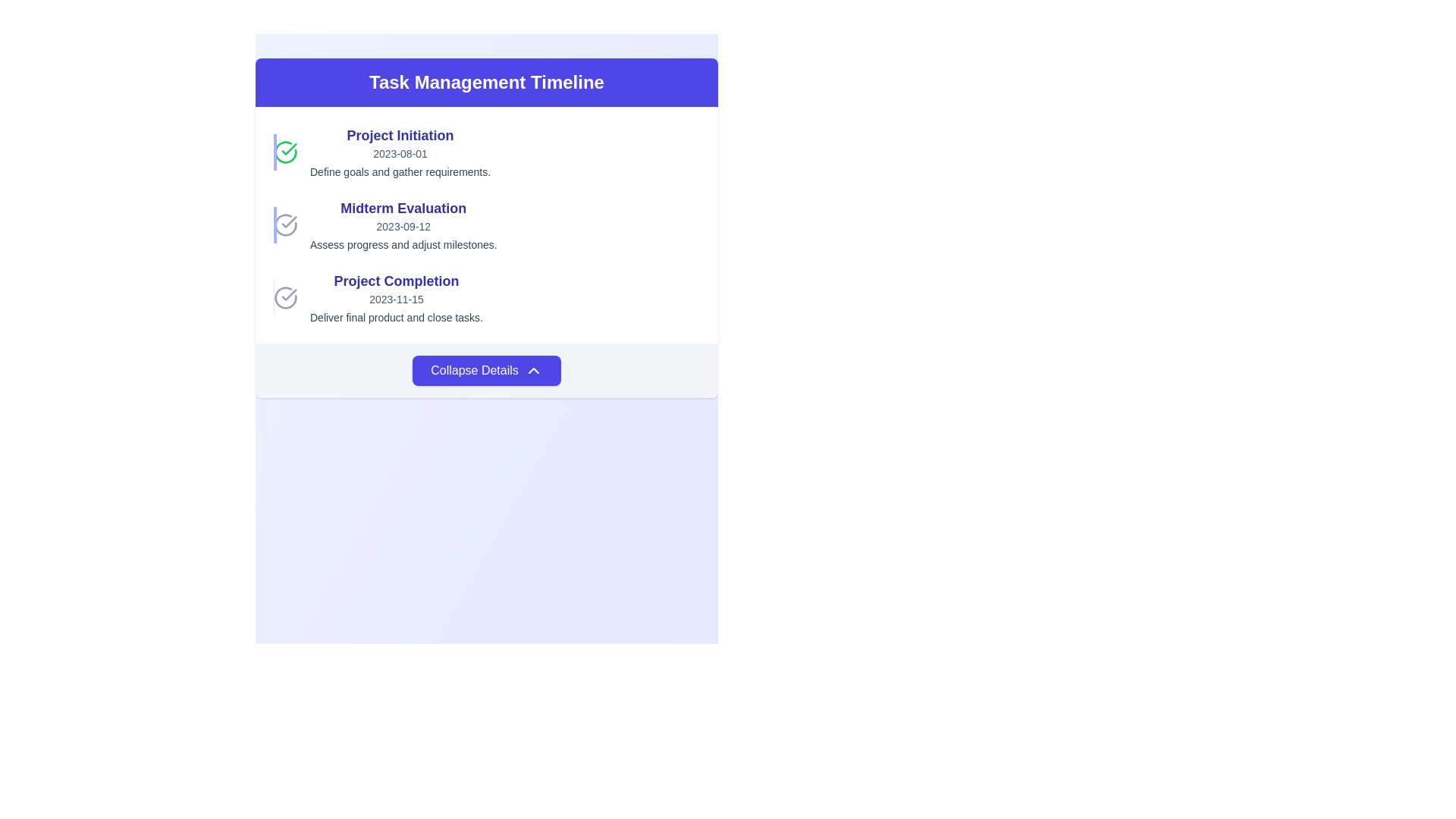 This screenshot has height=819, width=1456. Describe the element at coordinates (397, 281) in the screenshot. I see `the title text label 'Project Completion' styled with large, bold, indigo-colored text, located in the 'Task Management Timeline' section, which is the third item in the list` at that location.